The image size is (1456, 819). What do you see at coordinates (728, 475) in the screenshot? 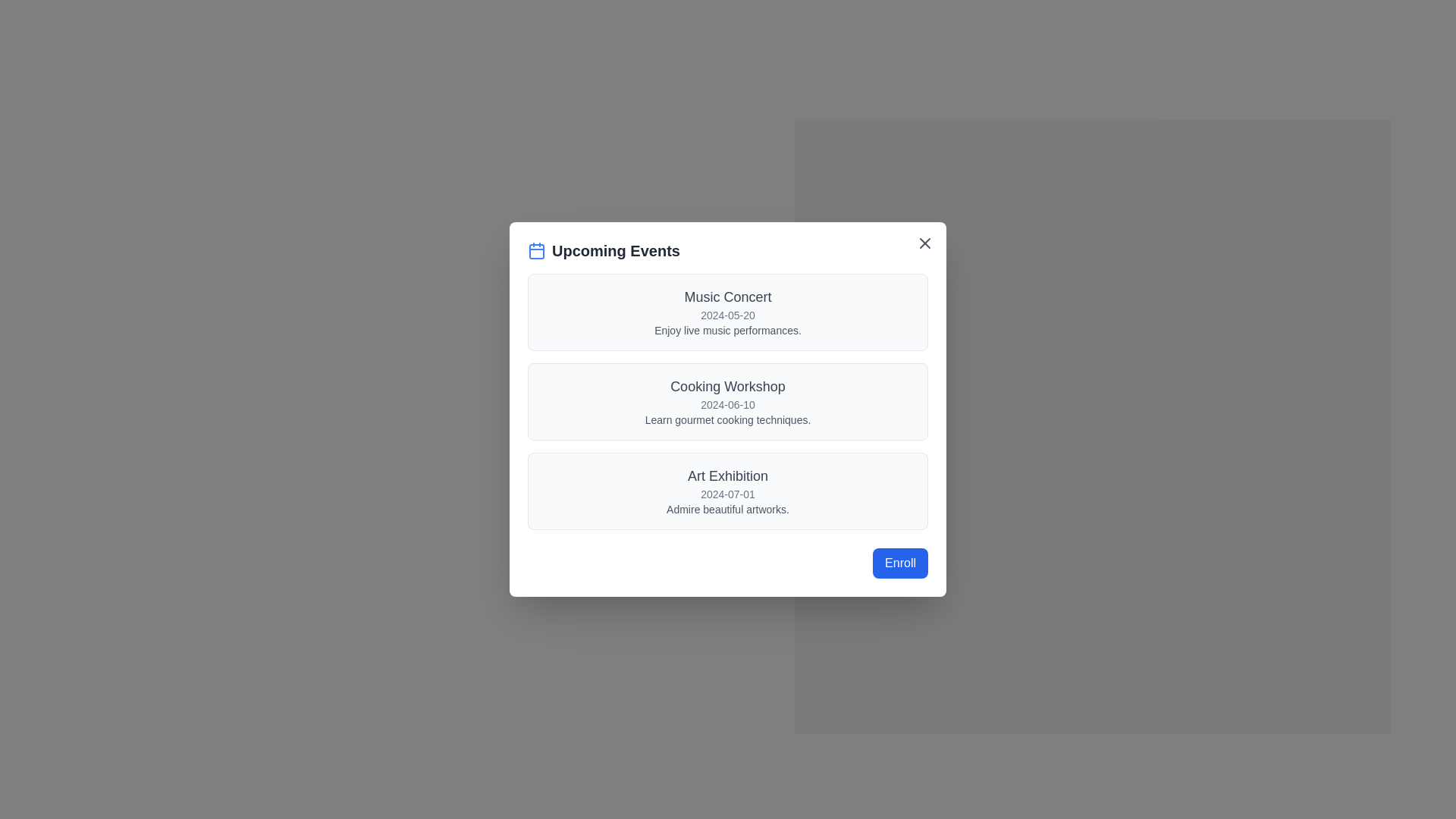
I see `the static text label that reads 'Art Exhibition', which is presented in a medium-size, bold font, dark gray color, and is centrally aligned within the highlighted card of the third event in the 'Upcoming Events' dialog box` at bounding box center [728, 475].